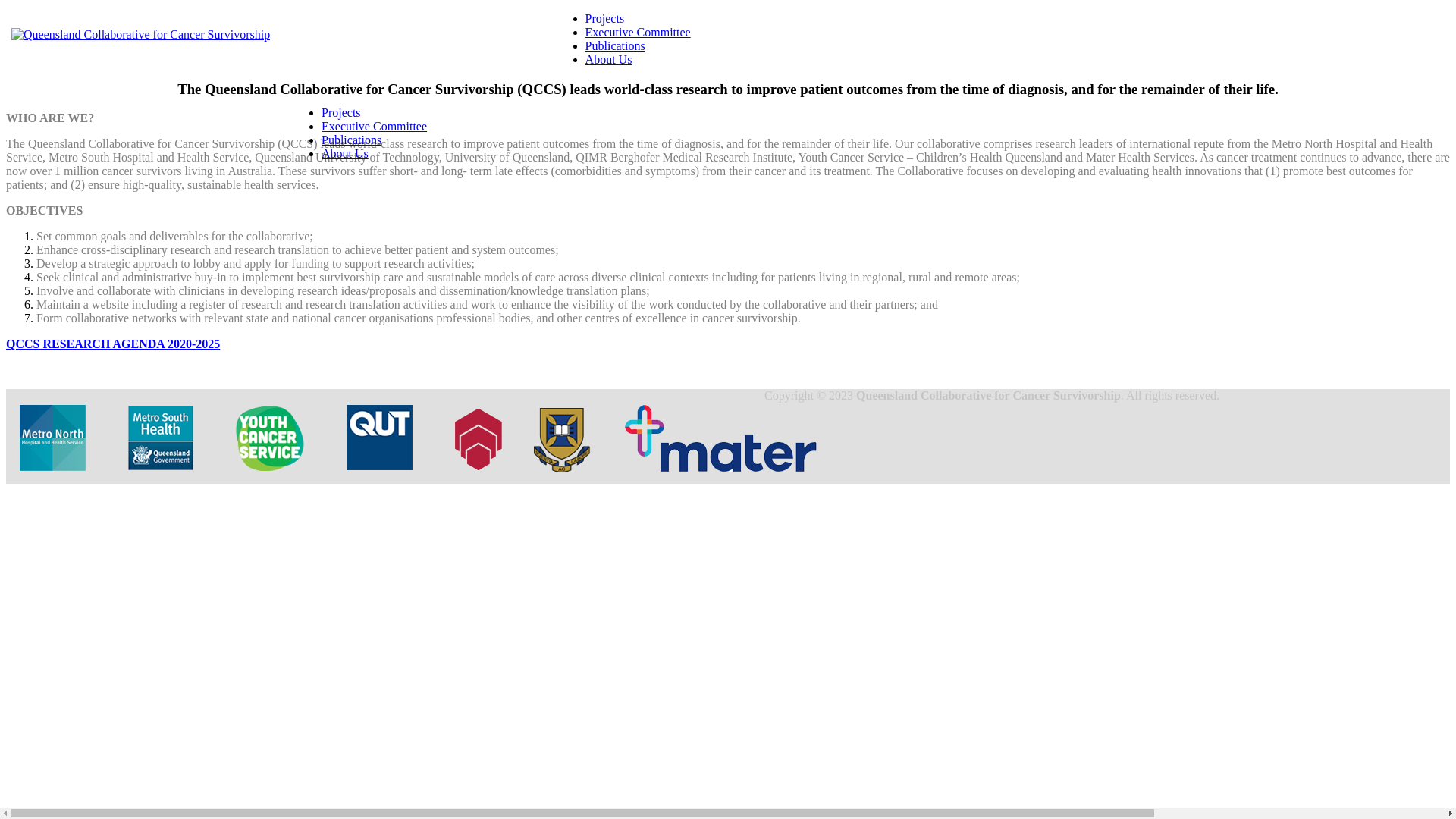 The image size is (1456, 819). I want to click on 'About Us', so click(344, 153).